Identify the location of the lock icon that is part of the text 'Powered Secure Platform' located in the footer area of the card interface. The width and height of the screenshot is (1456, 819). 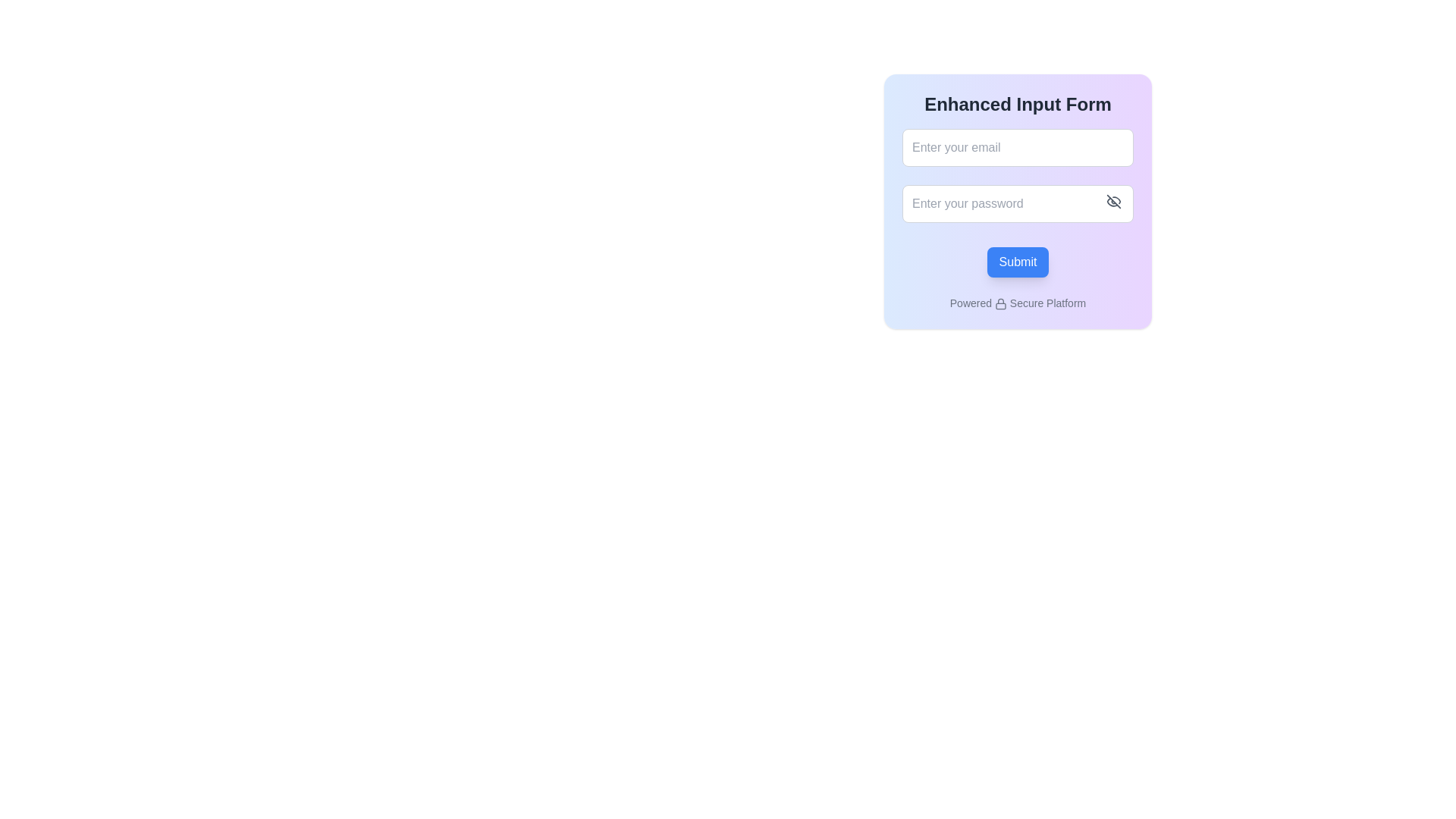
(1001, 304).